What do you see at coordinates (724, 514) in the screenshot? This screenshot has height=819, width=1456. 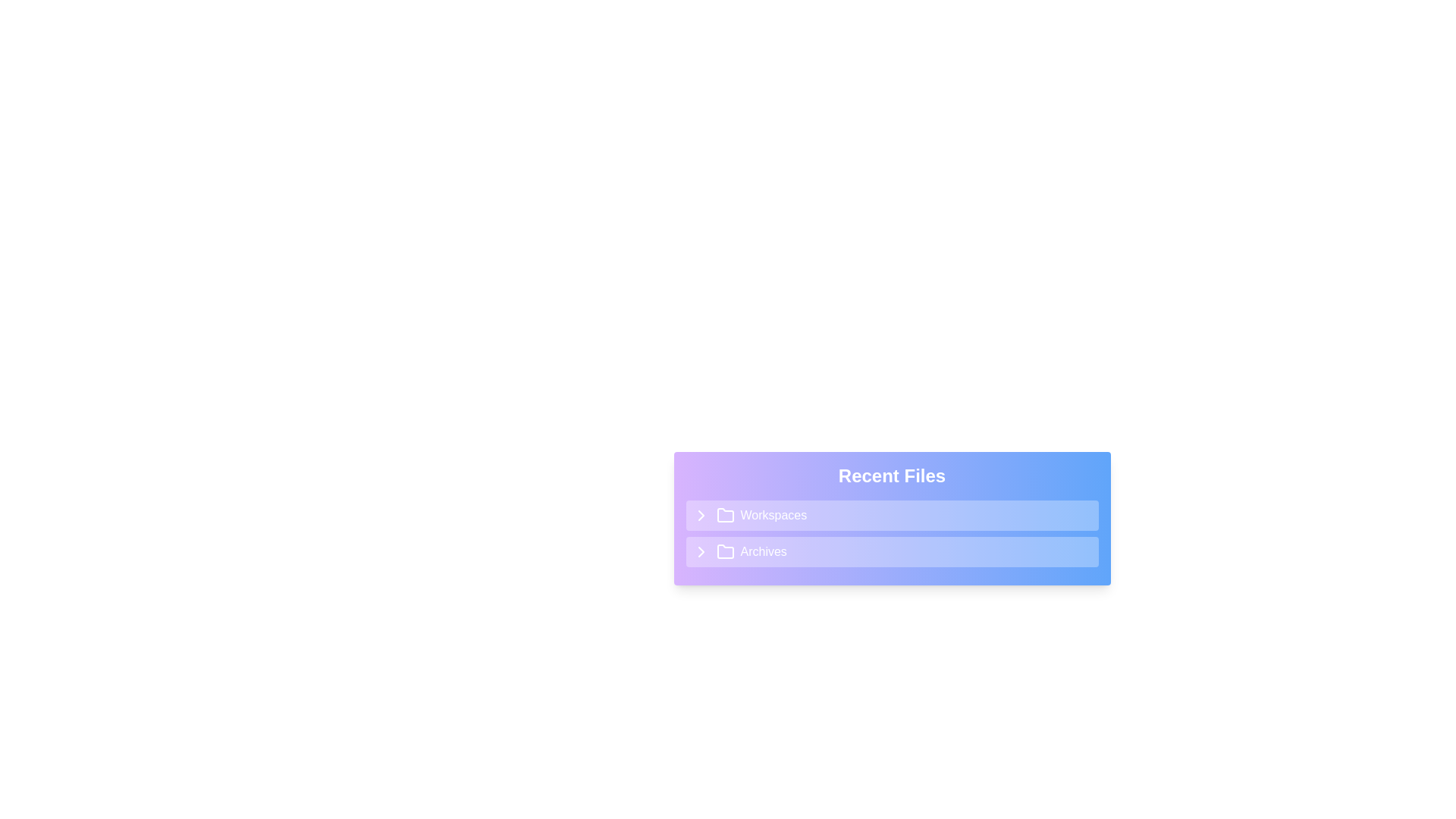 I see `the folder icon for Workspaces` at bounding box center [724, 514].